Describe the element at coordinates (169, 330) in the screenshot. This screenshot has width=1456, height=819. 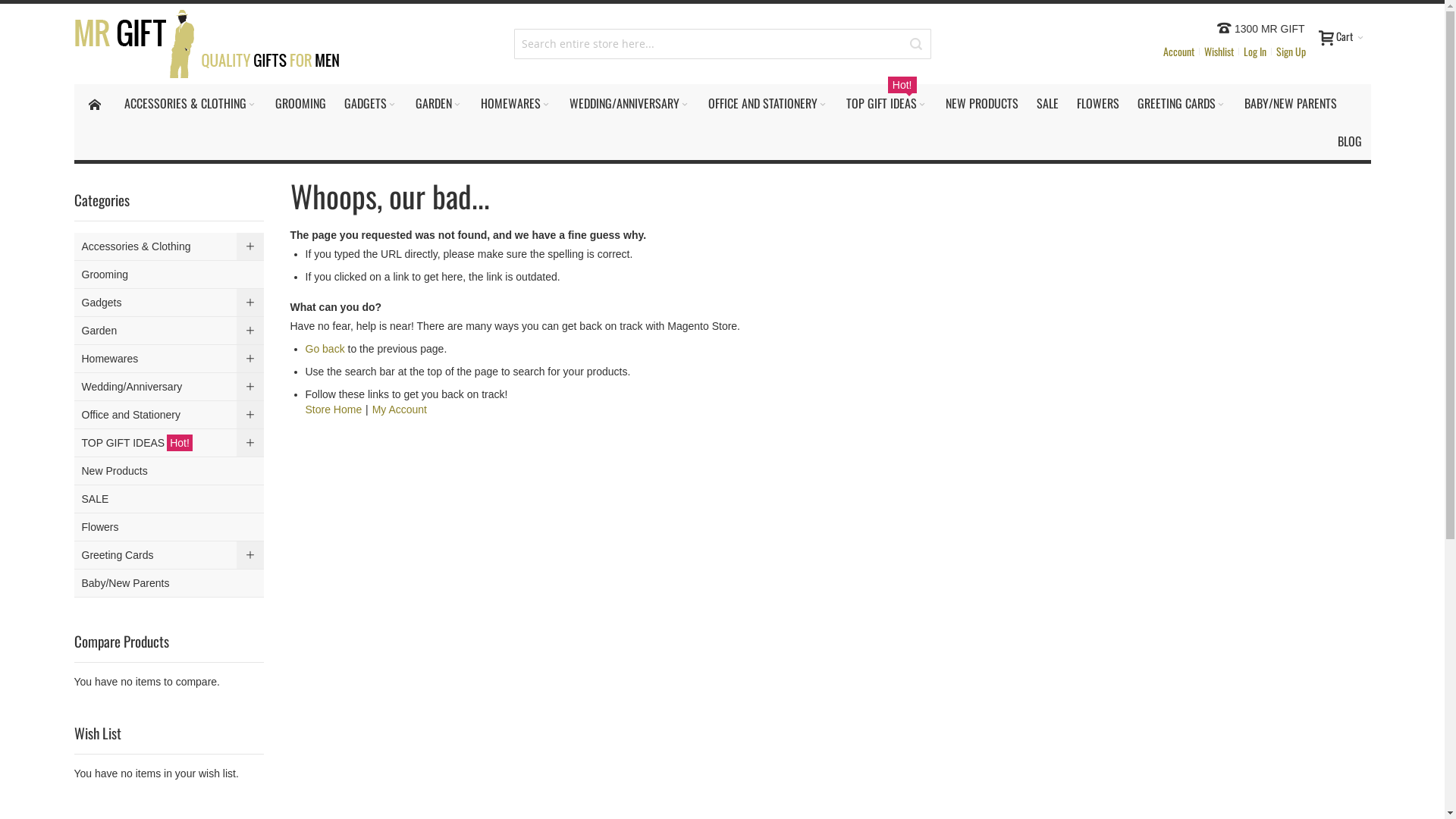
I see `'Garden'` at that location.